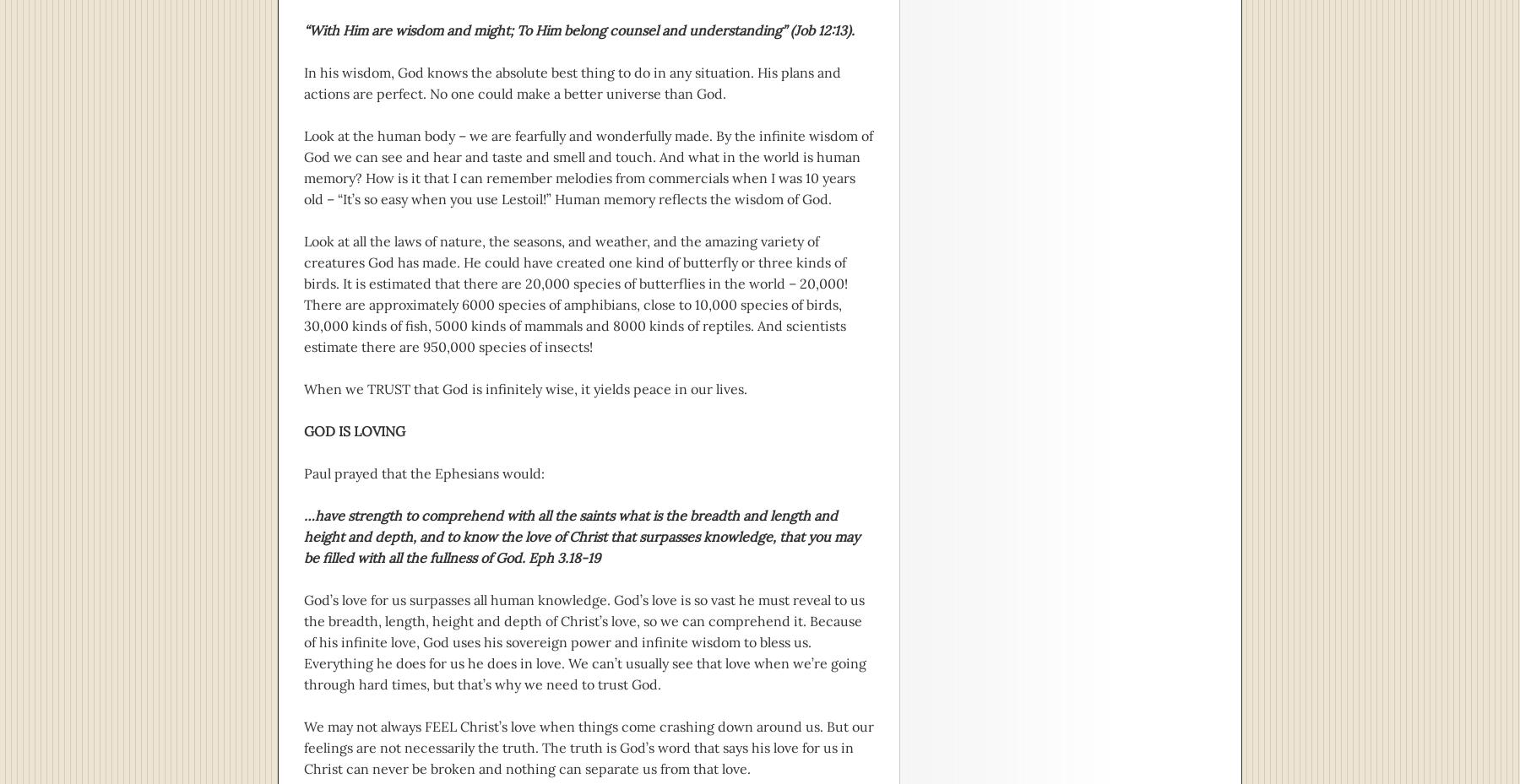 The image size is (1520, 784). I want to click on 'and to know the love of Christ that surpasses knowledge, that you may be filled with all the fullness of God. Eph 3.18-19', so click(304, 546).